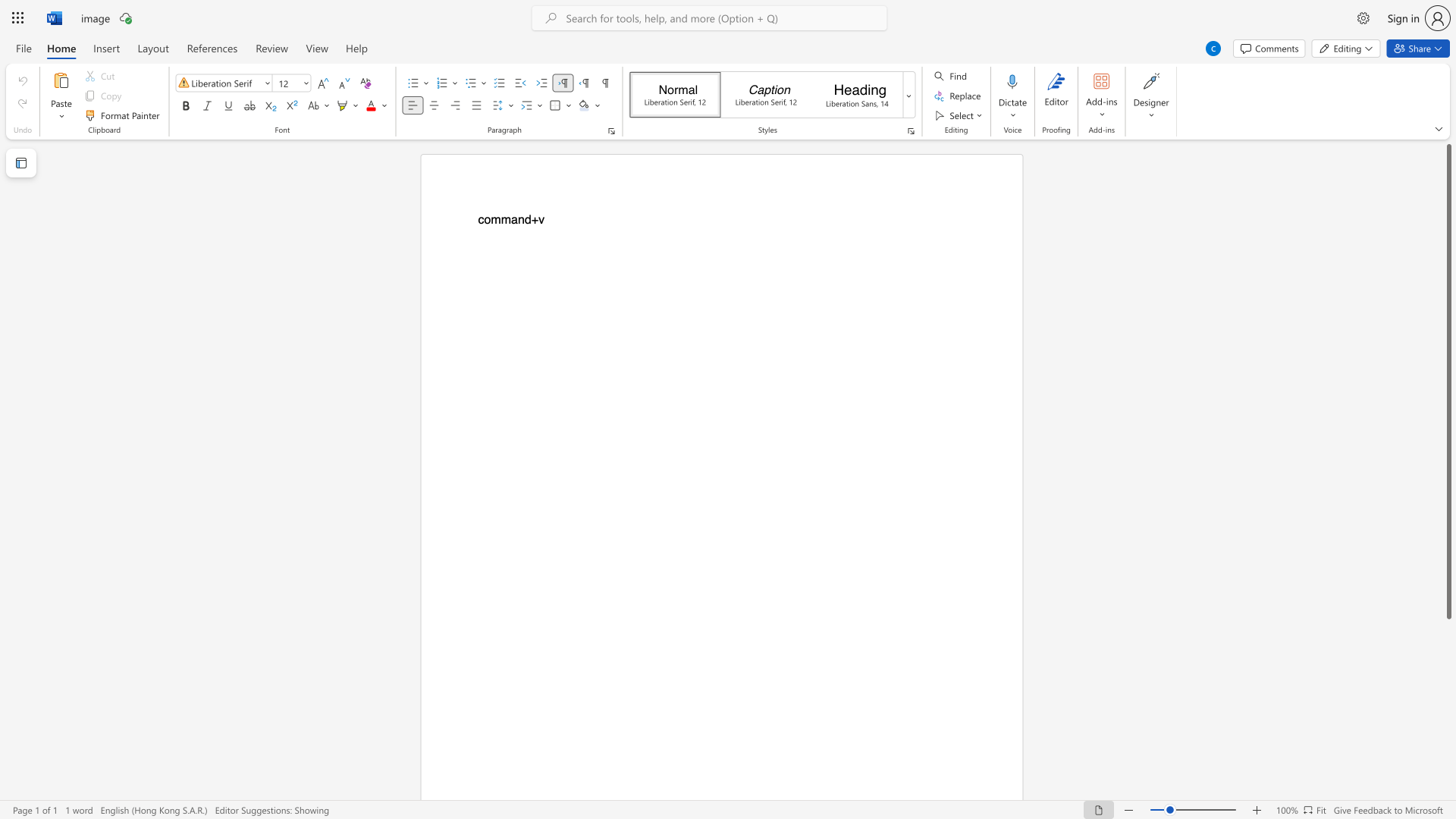 The height and width of the screenshot is (819, 1456). I want to click on the scrollbar to scroll downward, so click(1448, 795).